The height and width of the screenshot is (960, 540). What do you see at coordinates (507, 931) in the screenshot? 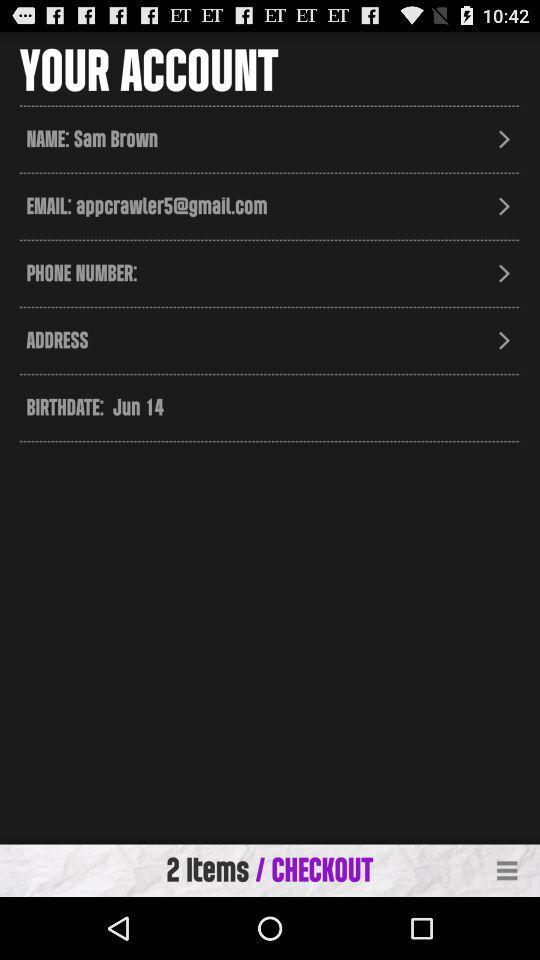
I see `the menu icon` at bounding box center [507, 931].